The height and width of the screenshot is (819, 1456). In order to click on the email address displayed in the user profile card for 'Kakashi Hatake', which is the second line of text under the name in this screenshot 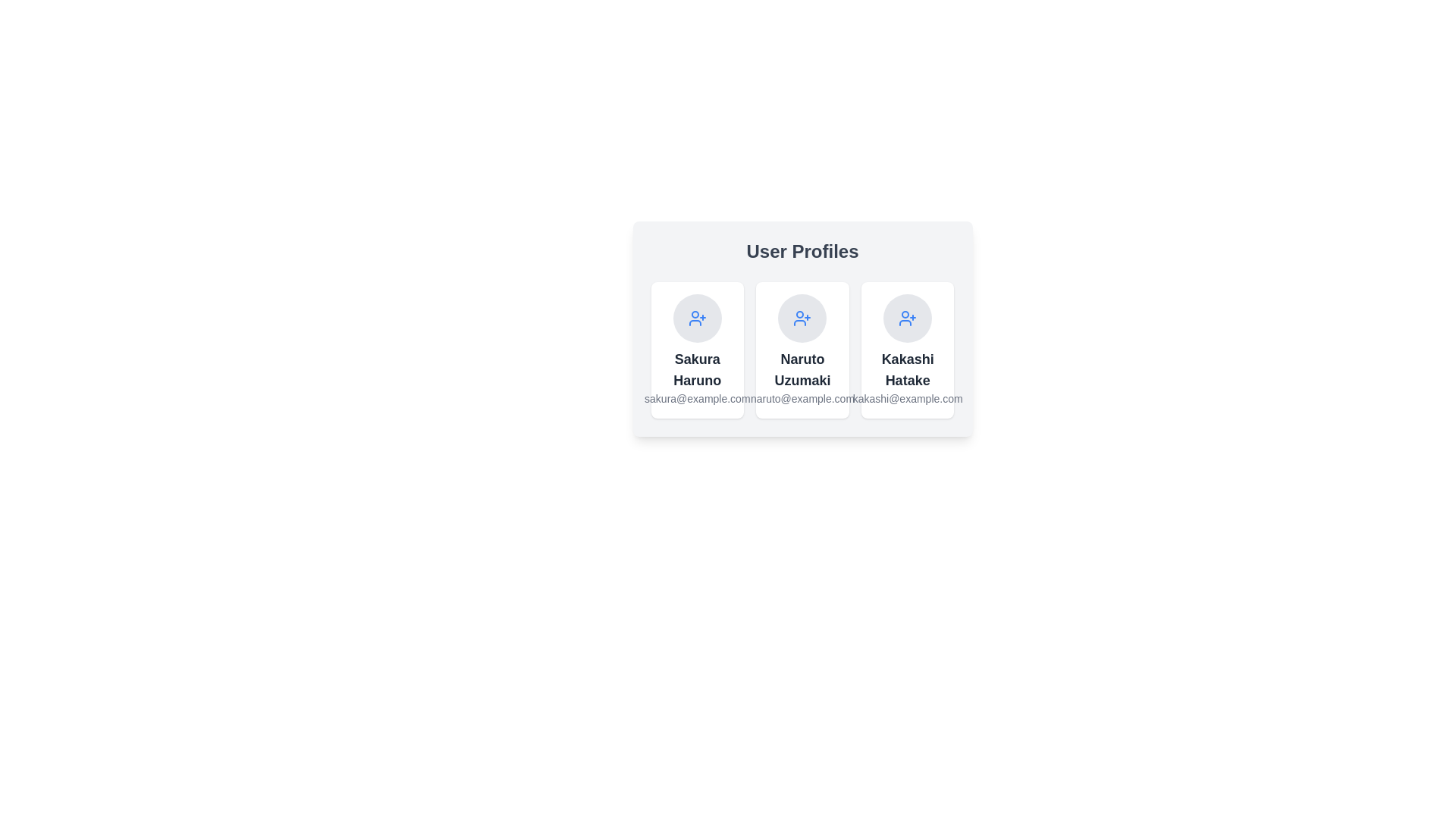, I will do `click(908, 397)`.